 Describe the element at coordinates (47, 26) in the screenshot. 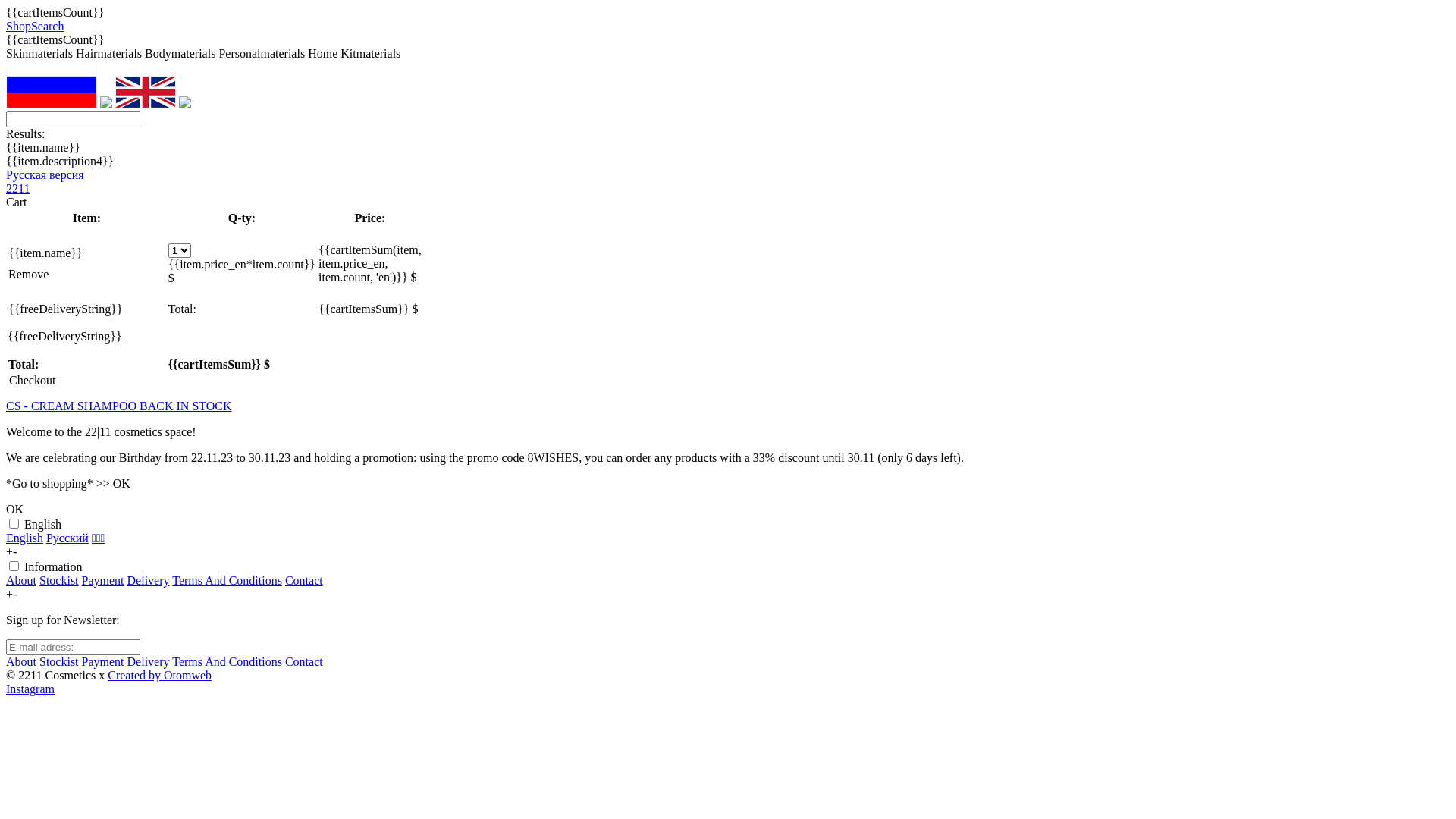

I see `'Search'` at that location.